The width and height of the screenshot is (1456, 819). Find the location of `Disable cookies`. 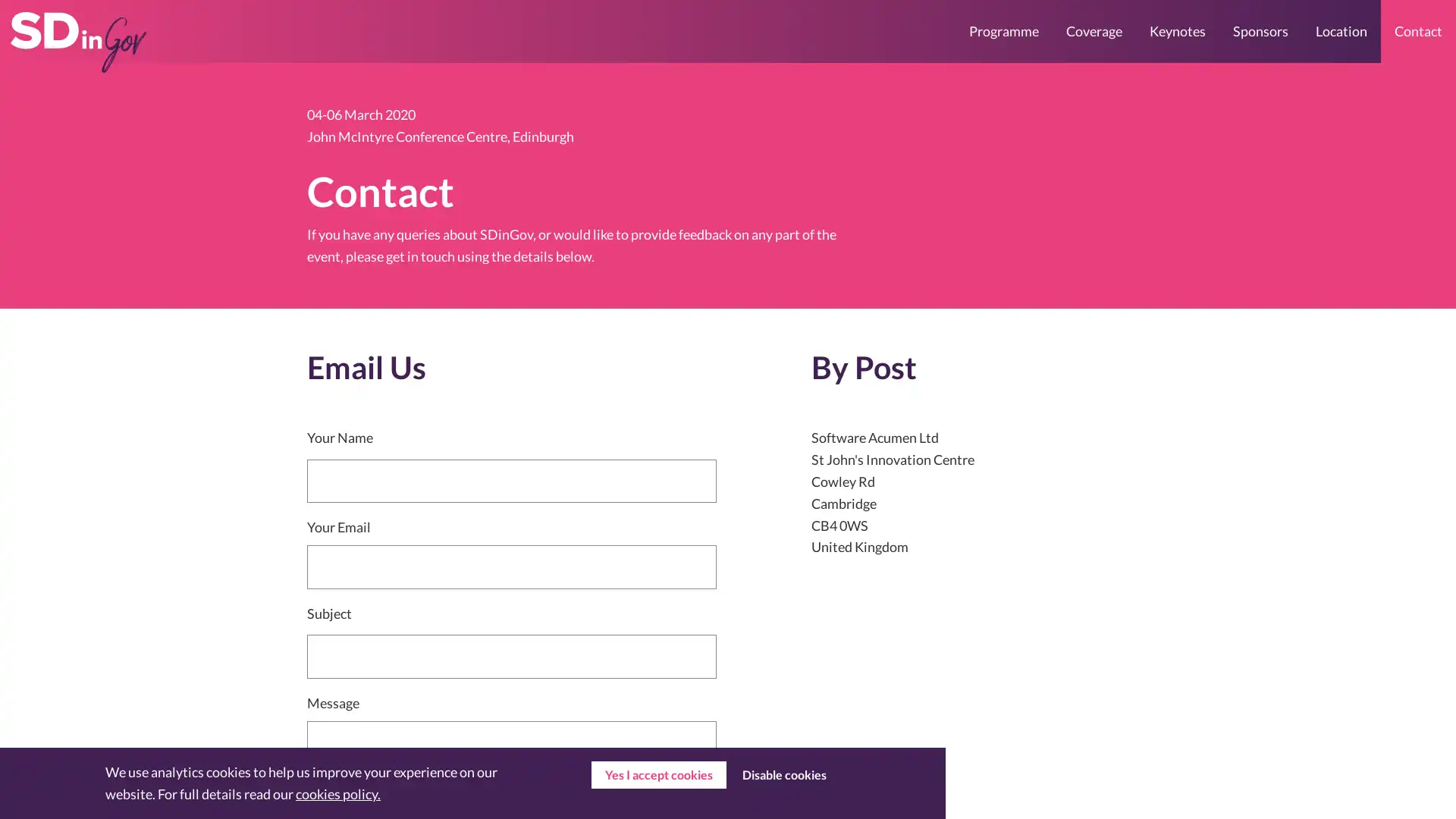

Disable cookies is located at coordinates (783, 775).